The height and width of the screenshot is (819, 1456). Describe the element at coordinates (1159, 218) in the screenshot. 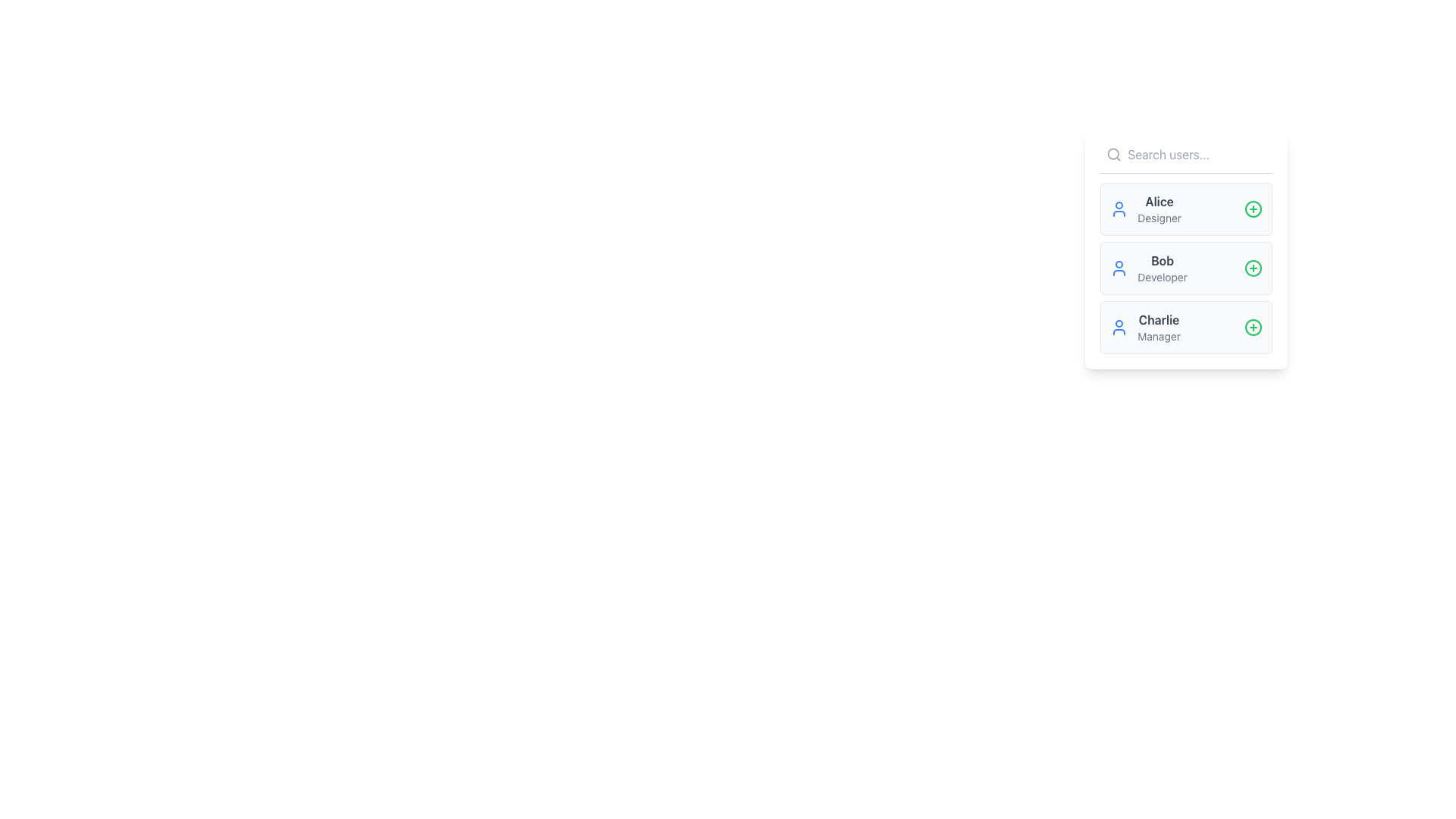

I see `the text label reading 'Designer' that is located below the name 'Alice' within a user card` at that location.